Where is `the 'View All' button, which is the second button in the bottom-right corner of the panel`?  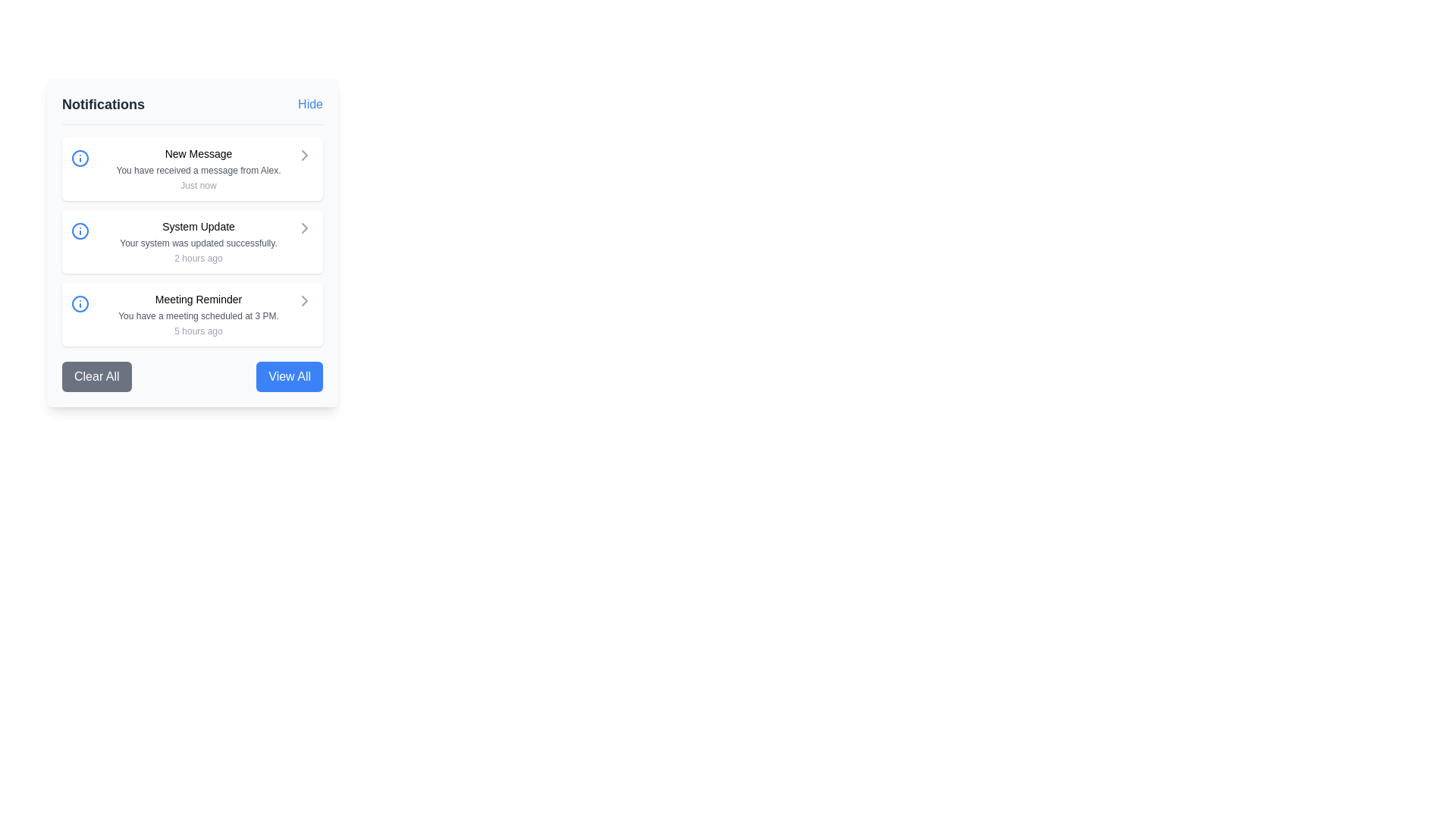
the 'View All' button, which is the second button in the bottom-right corner of the panel is located at coordinates (290, 376).